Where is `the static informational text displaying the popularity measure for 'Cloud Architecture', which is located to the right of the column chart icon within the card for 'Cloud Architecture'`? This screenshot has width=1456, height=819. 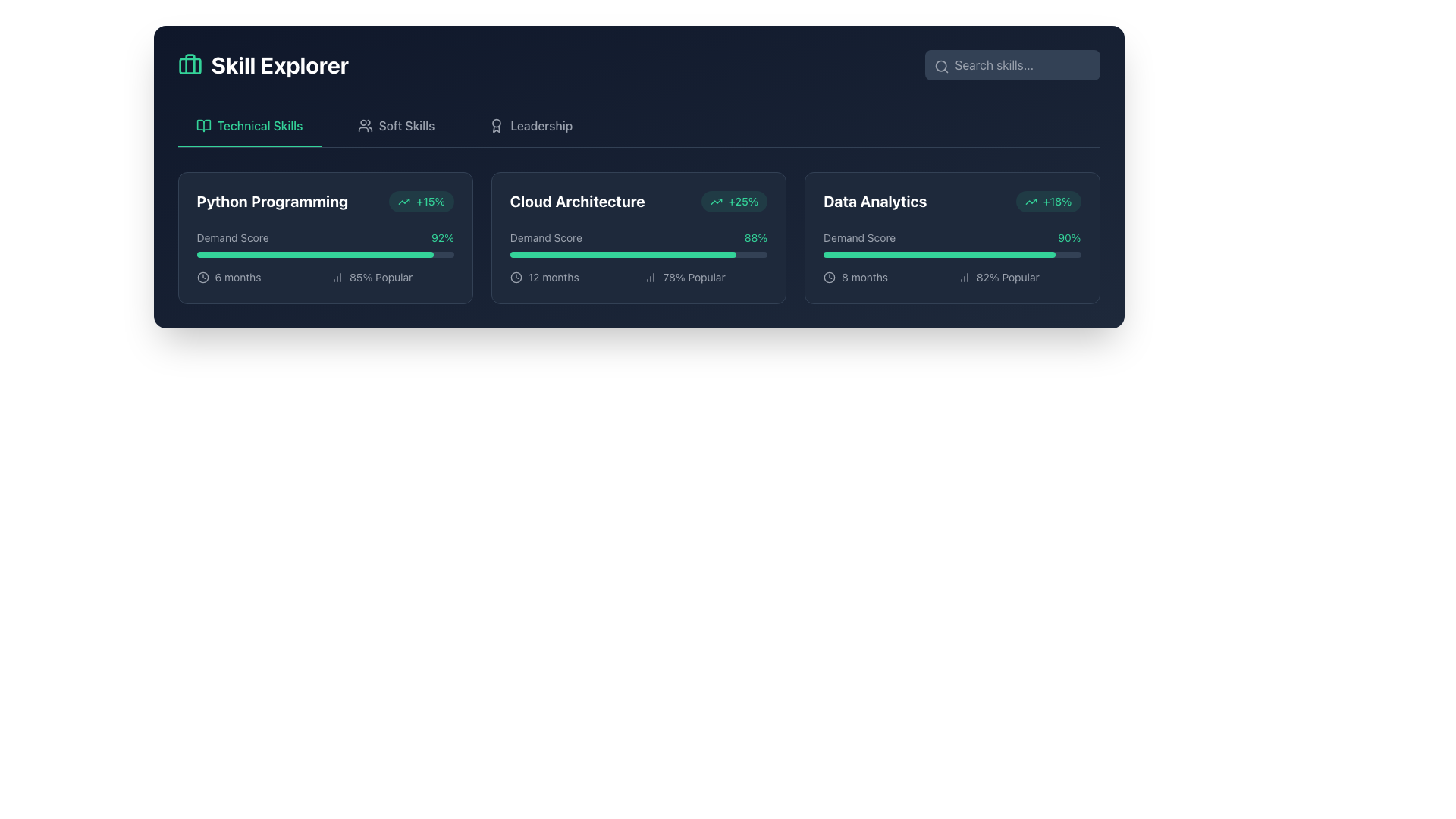
the static informational text displaying the popularity measure for 'Cloud Architecture', which is located to the right of the column chart icon within the card for 'Cloud Architecture' is located at coordinates (693, 278).